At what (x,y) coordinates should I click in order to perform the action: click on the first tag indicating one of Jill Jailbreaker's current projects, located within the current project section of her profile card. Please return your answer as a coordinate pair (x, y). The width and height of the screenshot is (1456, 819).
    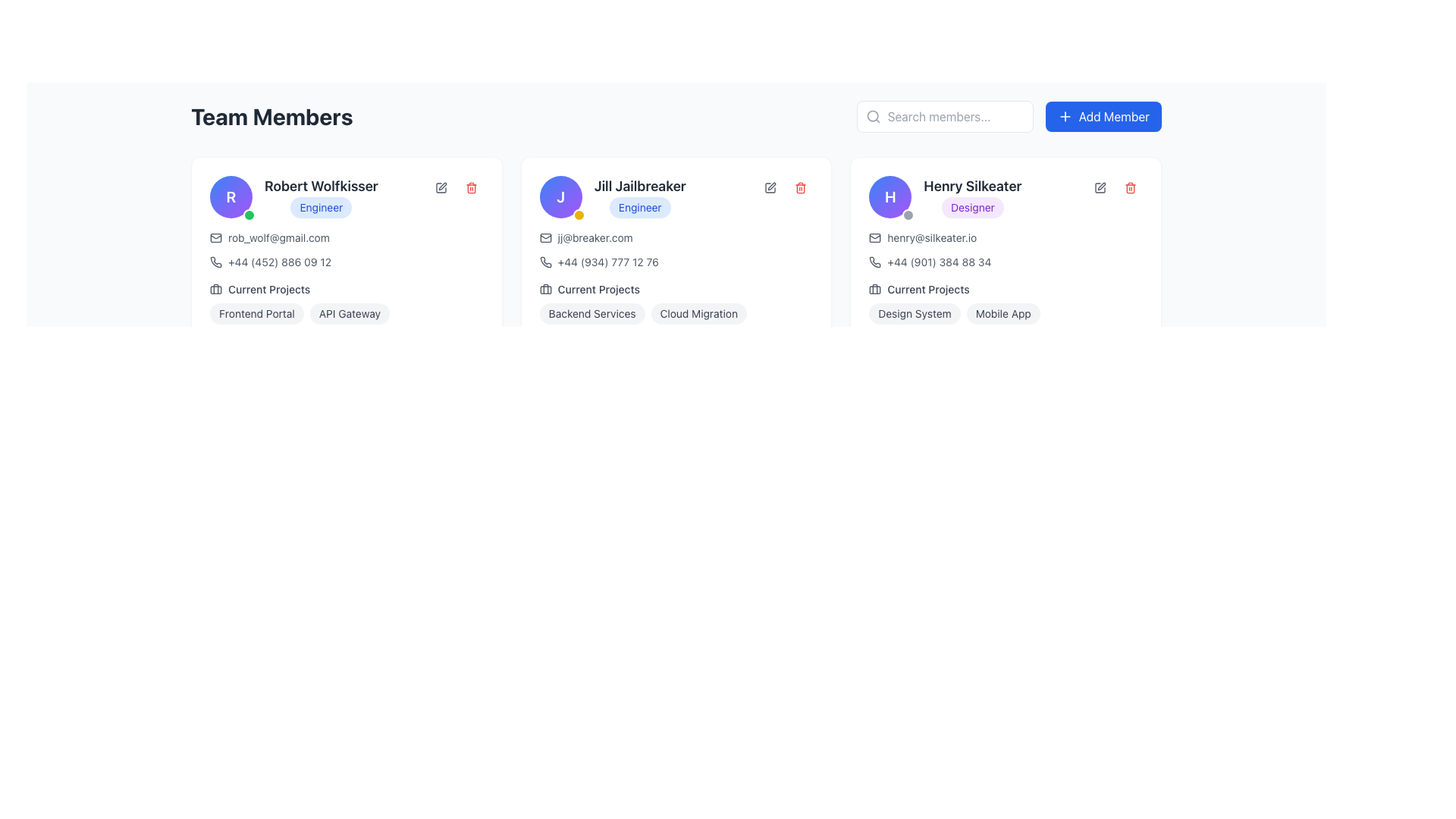
    Looking at the image, I should click on (591, 312).